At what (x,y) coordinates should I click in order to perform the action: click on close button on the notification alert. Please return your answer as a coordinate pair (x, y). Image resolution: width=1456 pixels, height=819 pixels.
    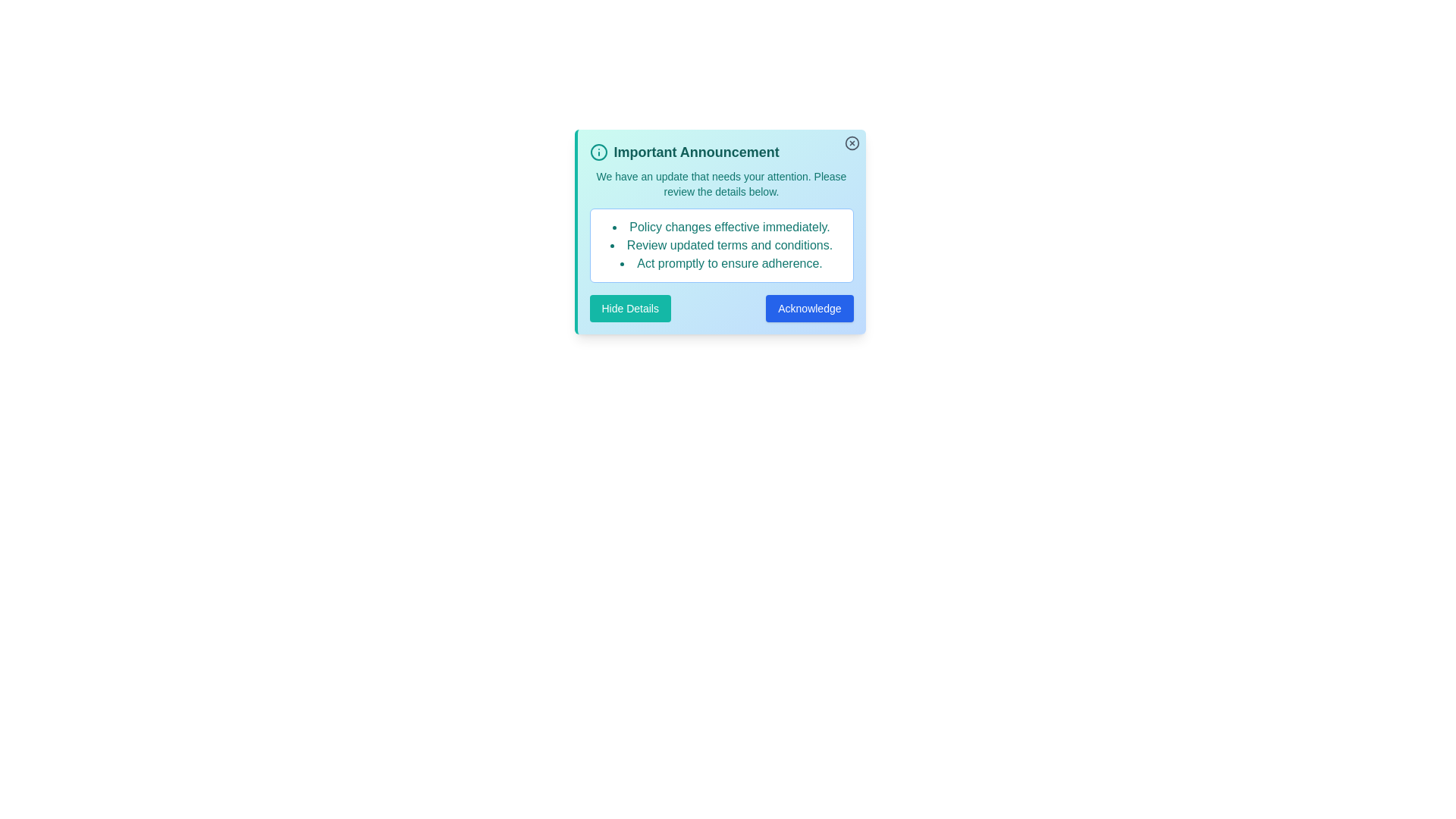
    Looking at the image, I should click on (852, 143).